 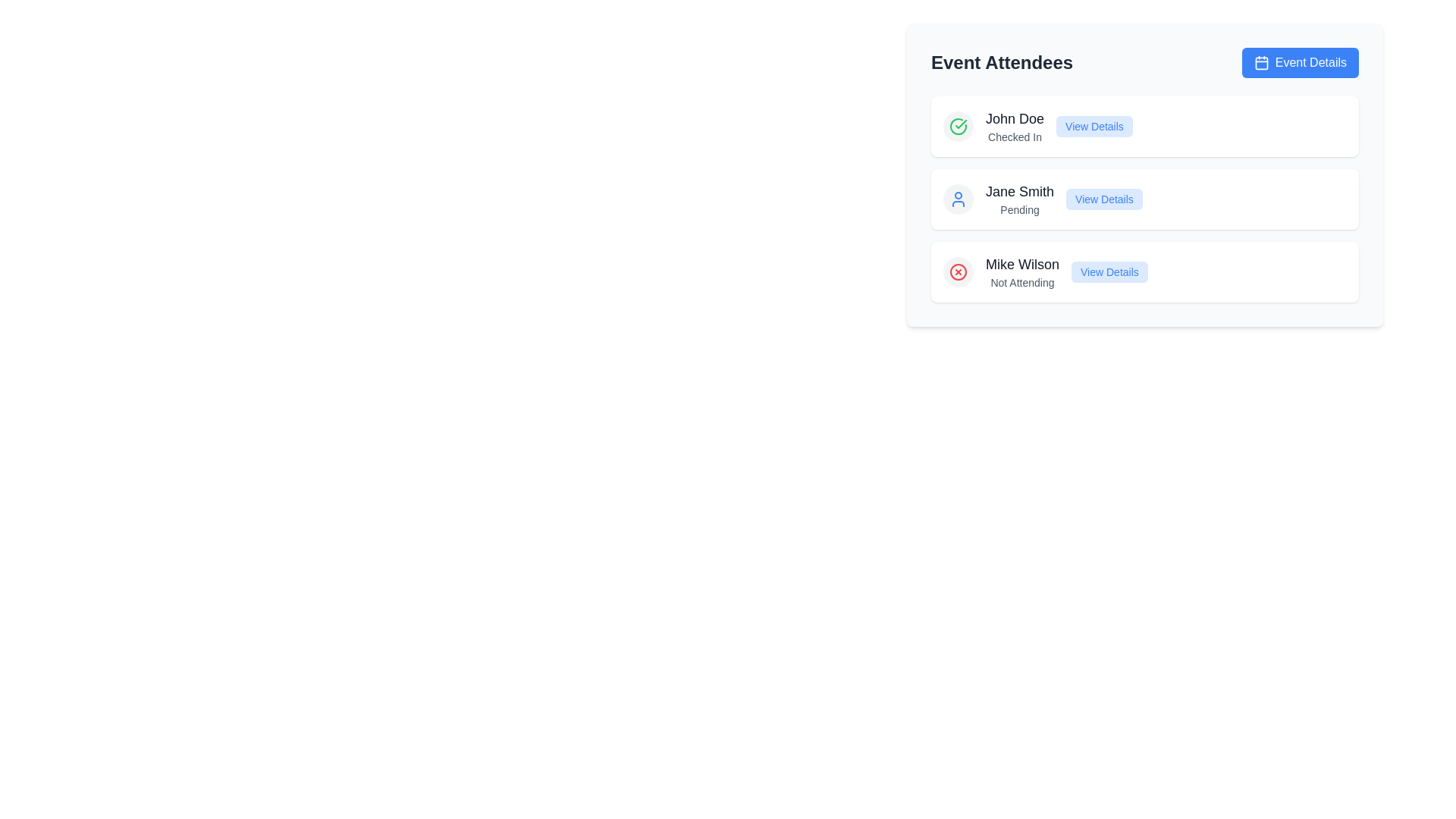 What do you see at coordinates (1145, 125) in the screenshot?
I see `the 'View Details' link for the attendee 'John Doe' in the Event Attendees section` at bounding box center [1145, 125].